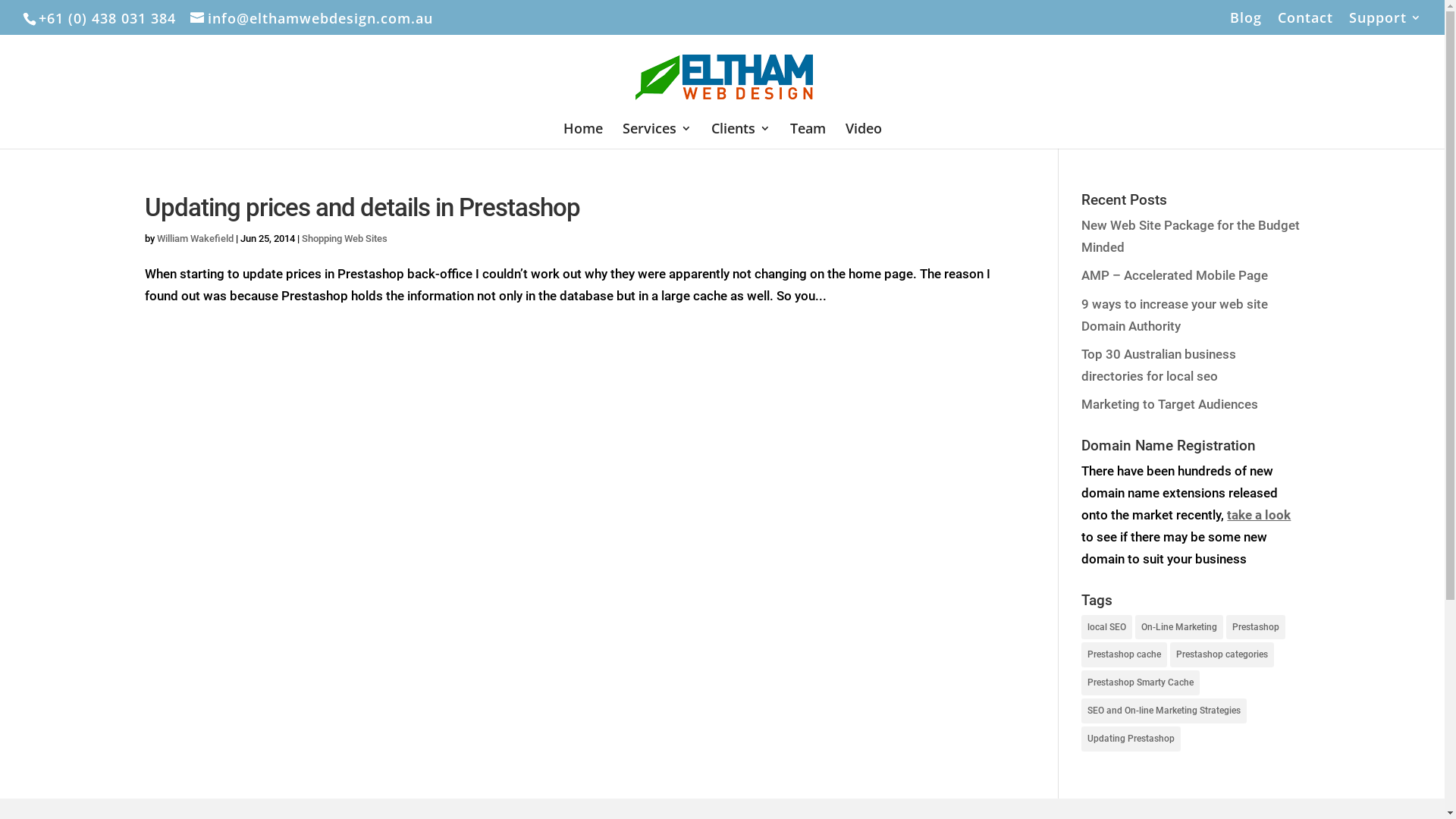 The height and width of the screenshot is (819, 1456). Describe the element at coordinates (1131, 738) in the screenshot. I see `'Updating Prestashop'` at that location.